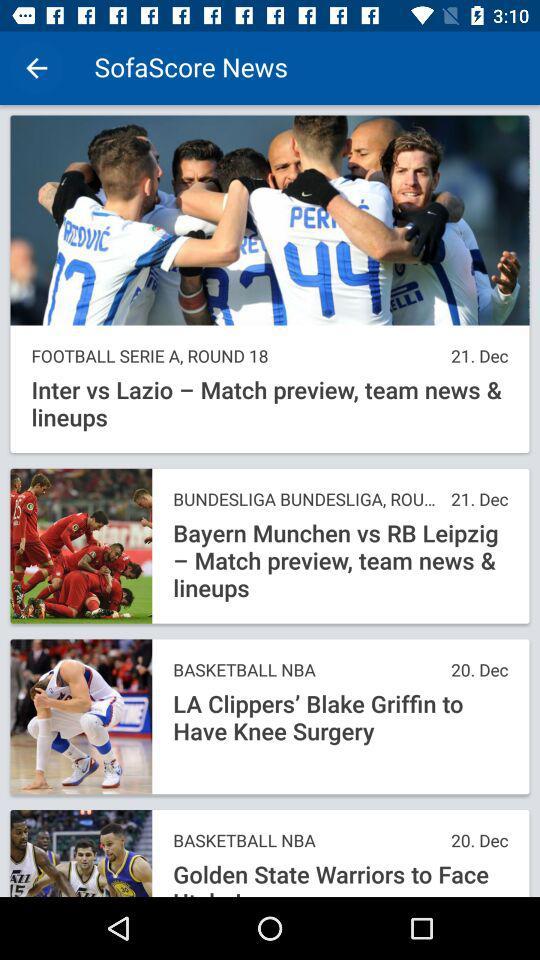  What do you see at coordinates (339, 561) in the screenshot?
I see `the bayern munchen vs icon` at bounding box center [339, 561].